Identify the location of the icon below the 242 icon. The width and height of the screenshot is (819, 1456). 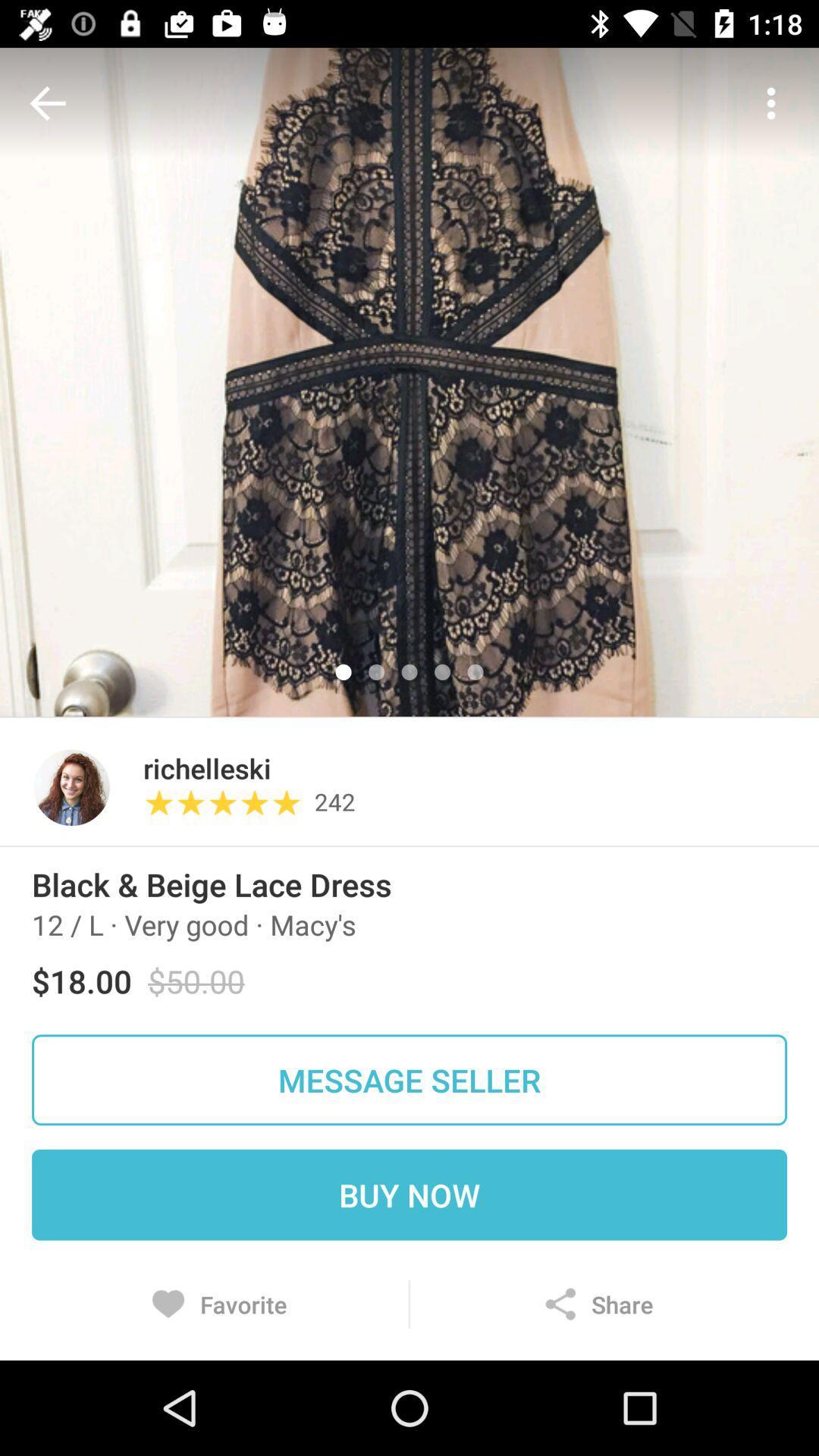
(409, 845).